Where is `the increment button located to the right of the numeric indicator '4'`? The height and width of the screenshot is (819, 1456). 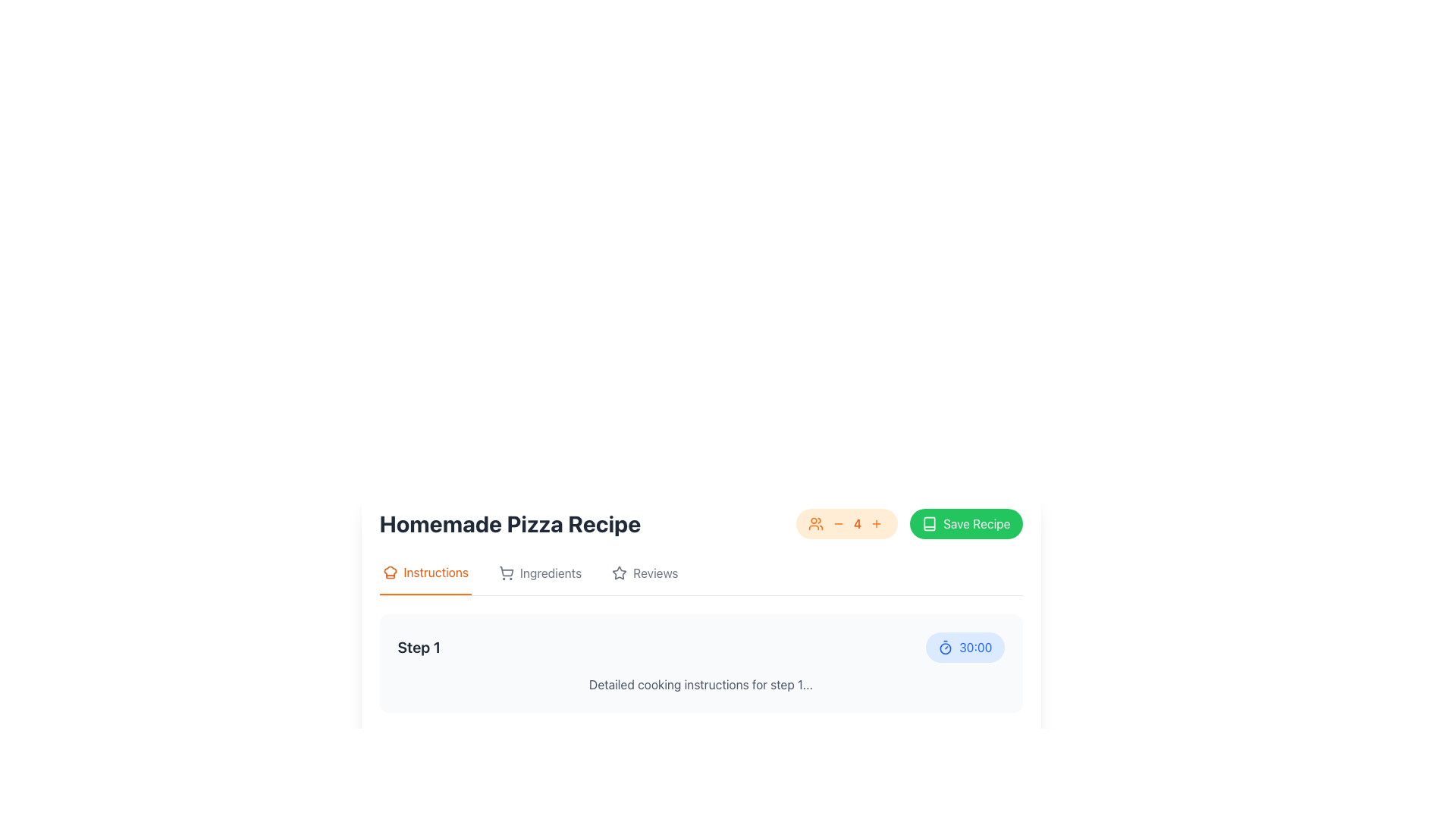 the increment button located to the right of the numeric indicator '4' is located at coordinates (877, 522).